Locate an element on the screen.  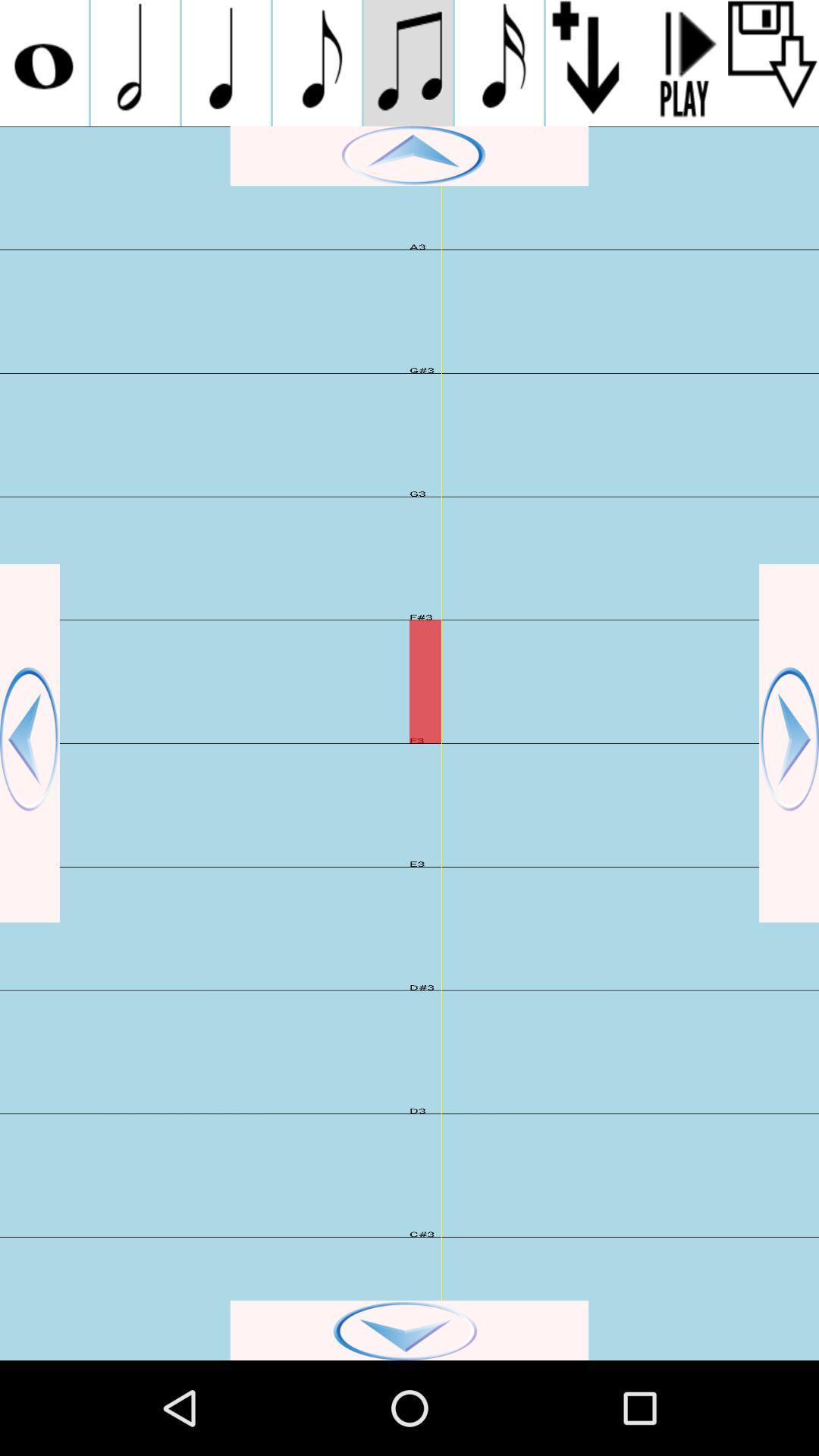
scroll back is located at coordinates (30, 743).